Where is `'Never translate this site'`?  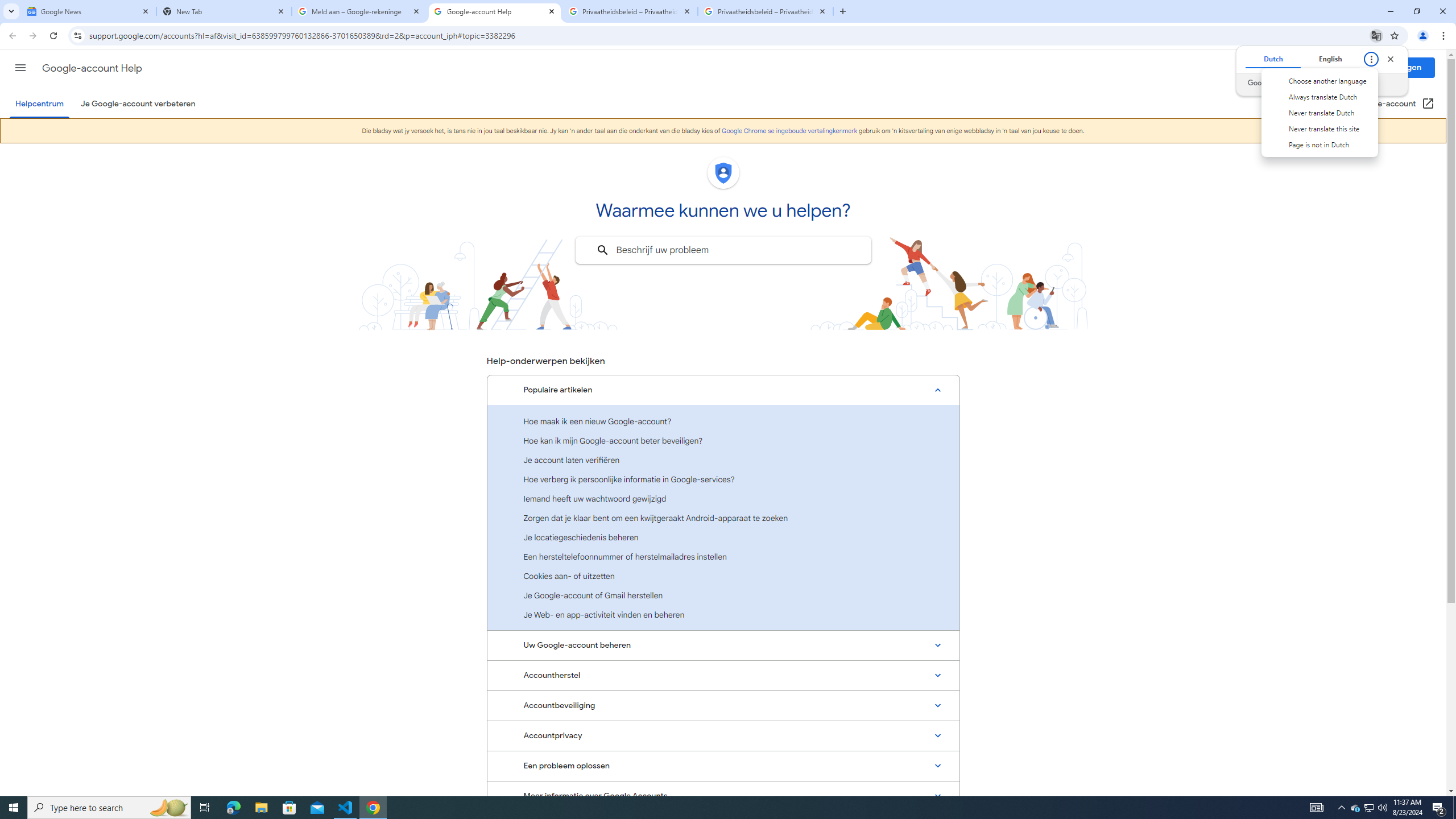
'Never translate this site' is located at coordinates (1319, 128).